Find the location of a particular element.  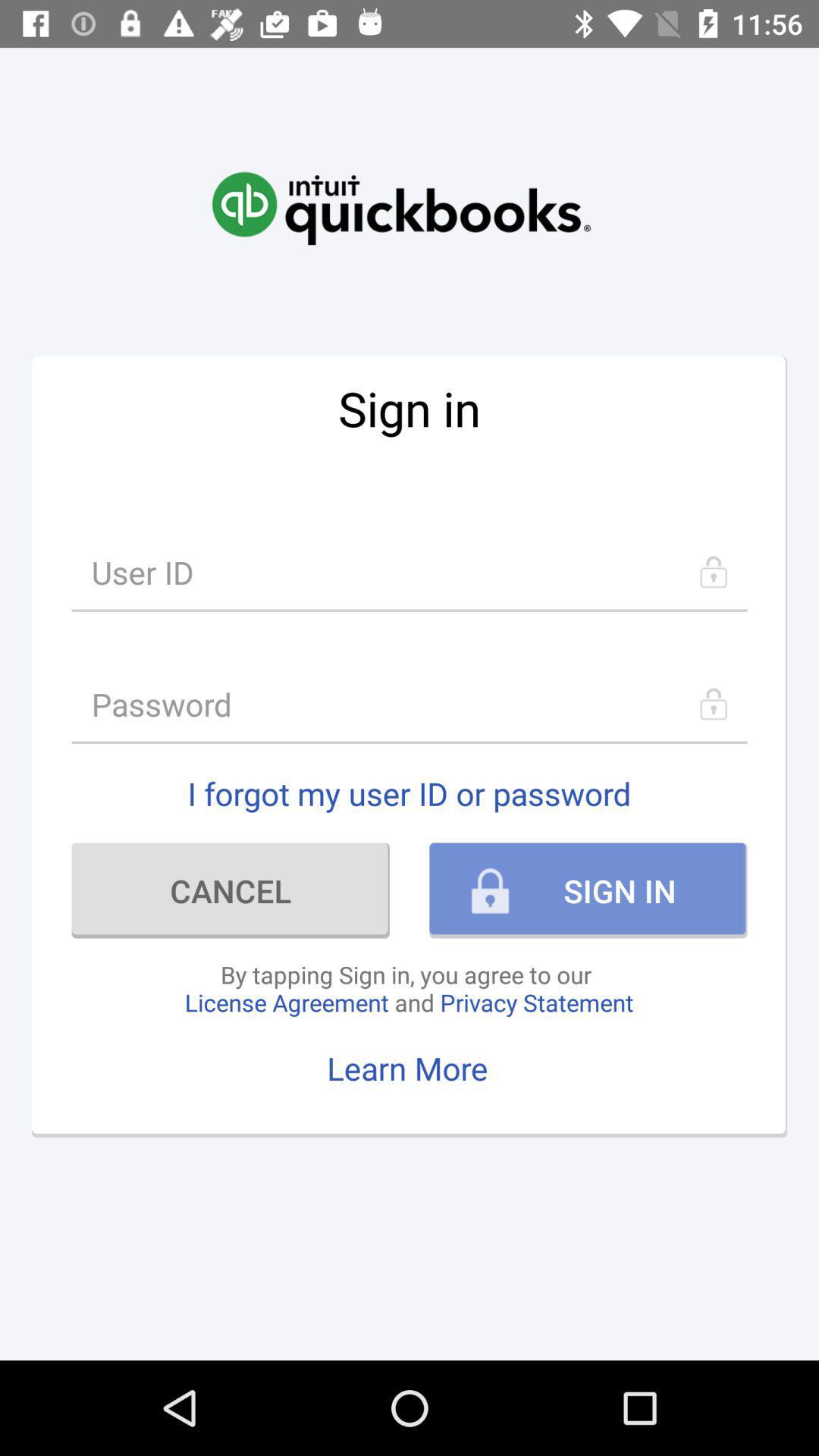

the item below the i forgot my is located at coordinates (231, 890).